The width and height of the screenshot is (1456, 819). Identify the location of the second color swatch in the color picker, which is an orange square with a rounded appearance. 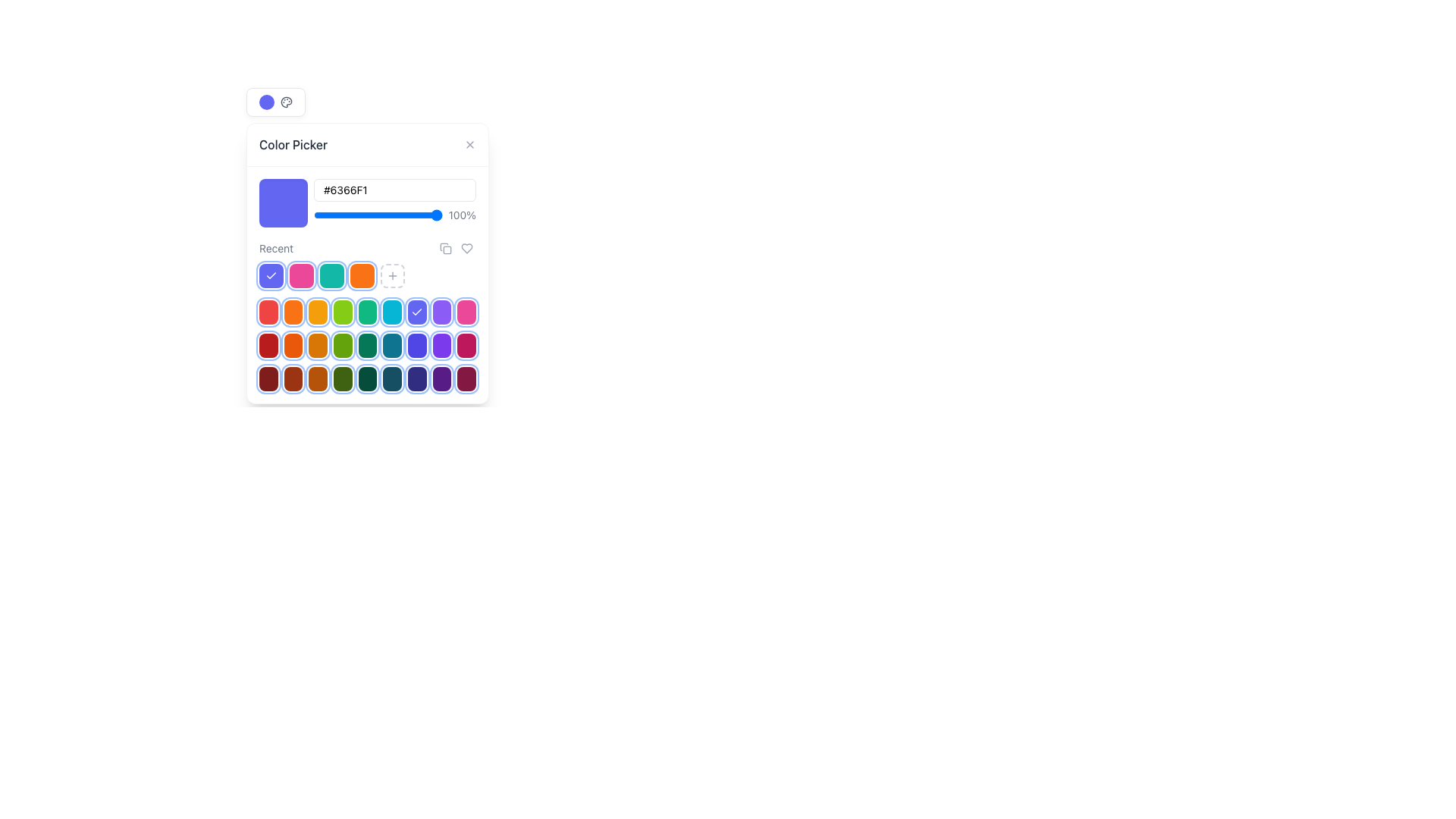
(293, 345).